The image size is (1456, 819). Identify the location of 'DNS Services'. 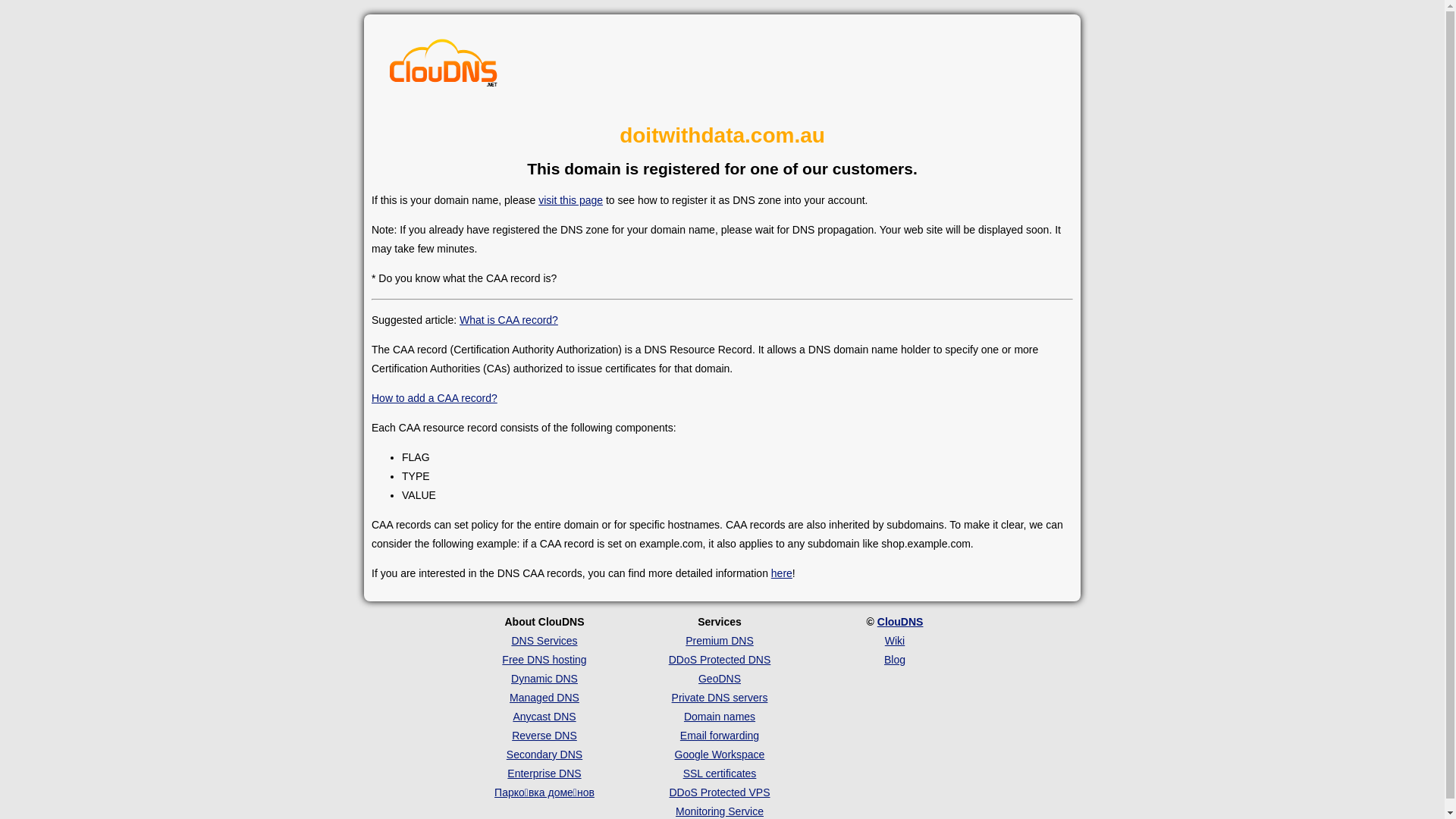
(544, 640).